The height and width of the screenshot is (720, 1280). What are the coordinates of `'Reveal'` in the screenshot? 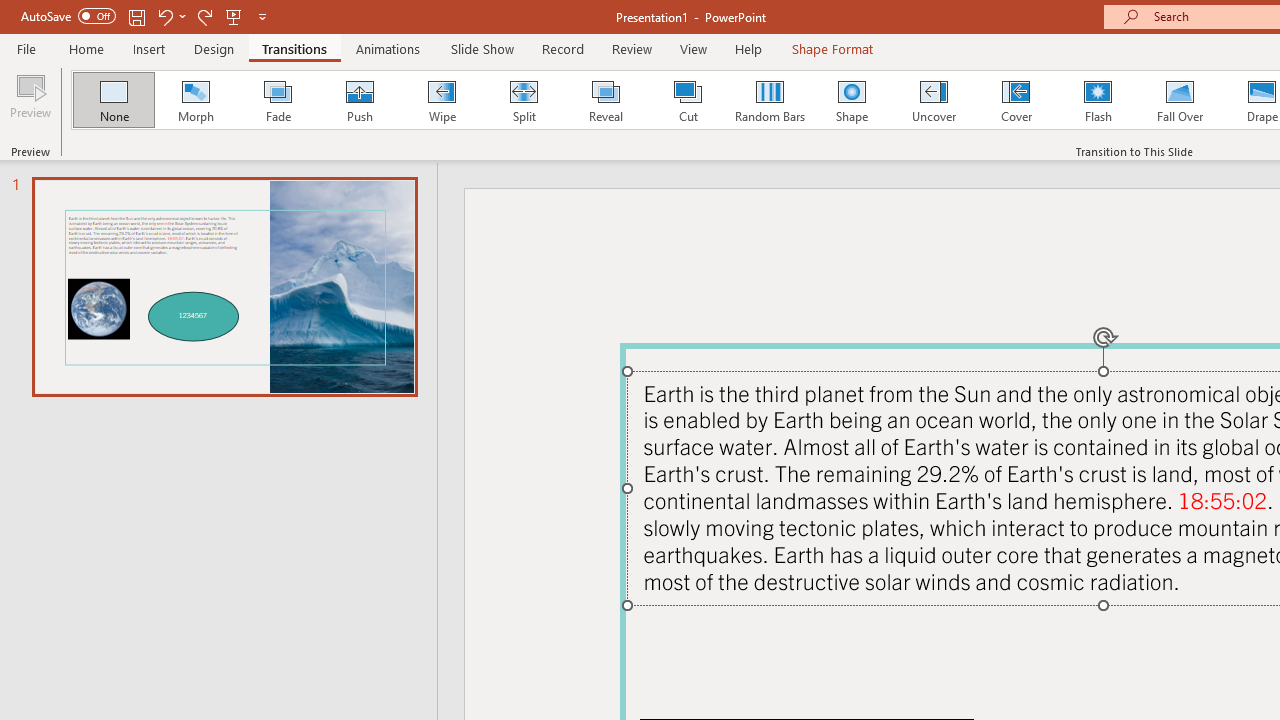 It's located at (604, 100).